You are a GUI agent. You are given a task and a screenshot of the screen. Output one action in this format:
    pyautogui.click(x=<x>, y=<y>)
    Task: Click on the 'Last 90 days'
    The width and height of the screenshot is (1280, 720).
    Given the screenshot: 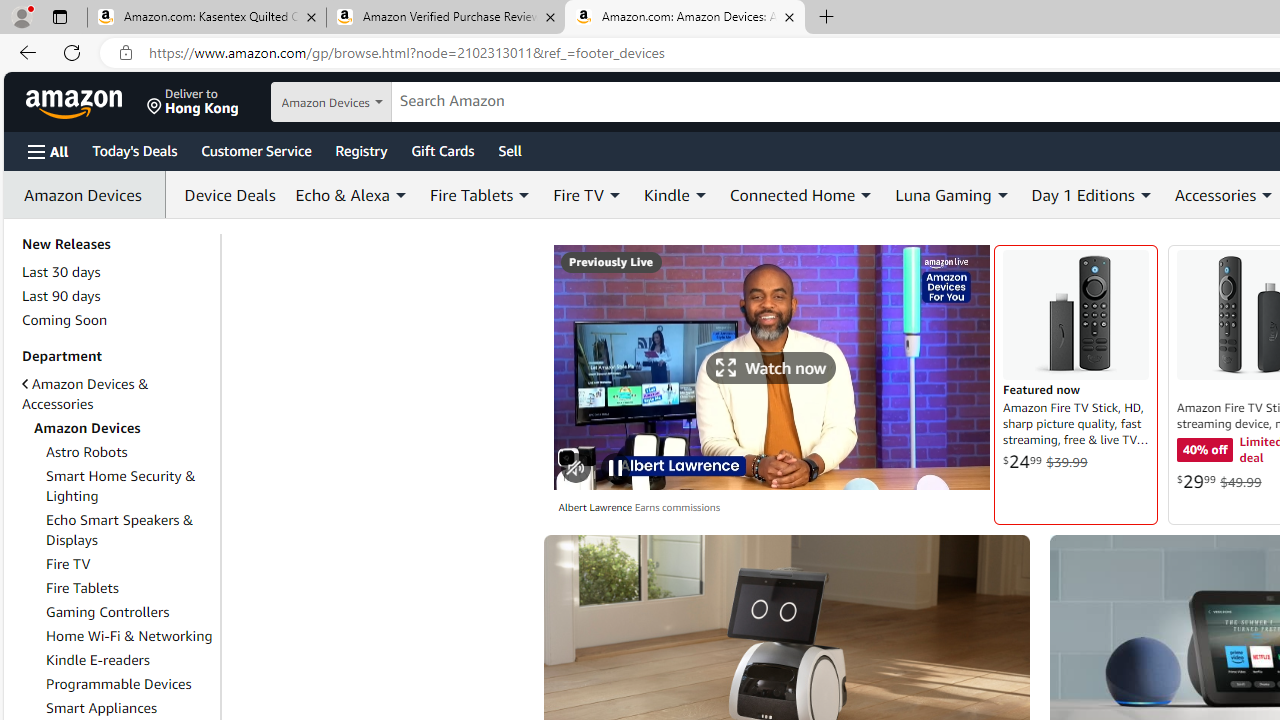 What is the action you would take?
    pyautogui.click(x=61, y=296)
    